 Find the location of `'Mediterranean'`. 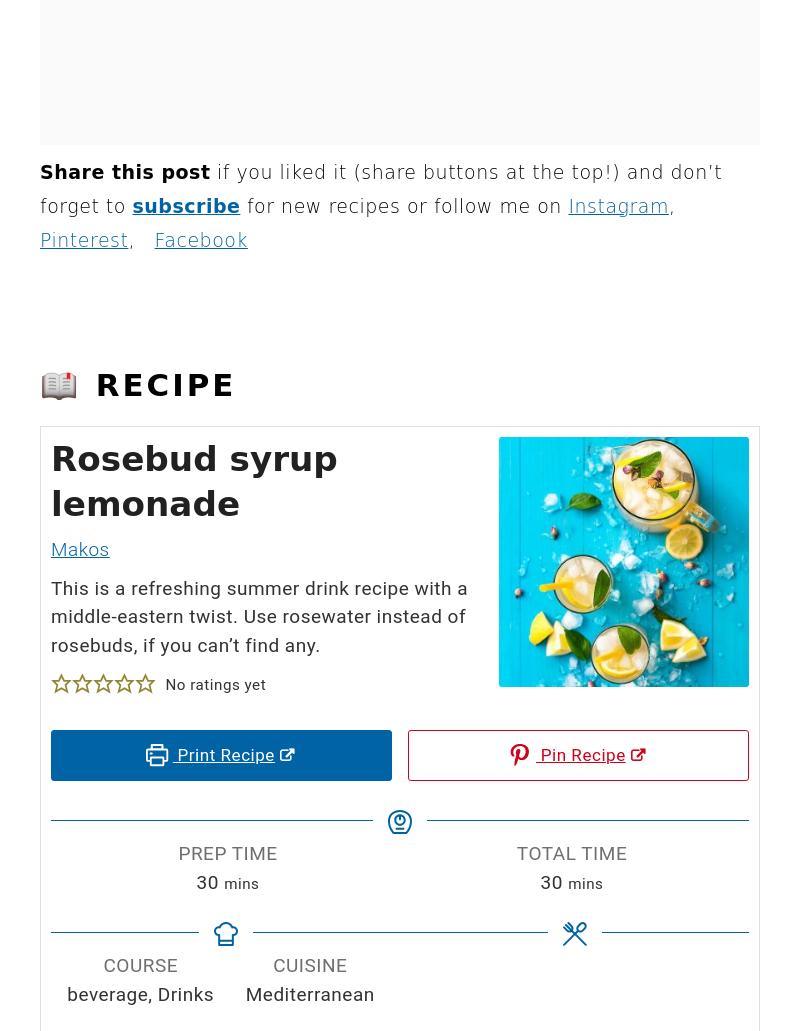

'Mediterranean' is located at coordinates (308, 992).